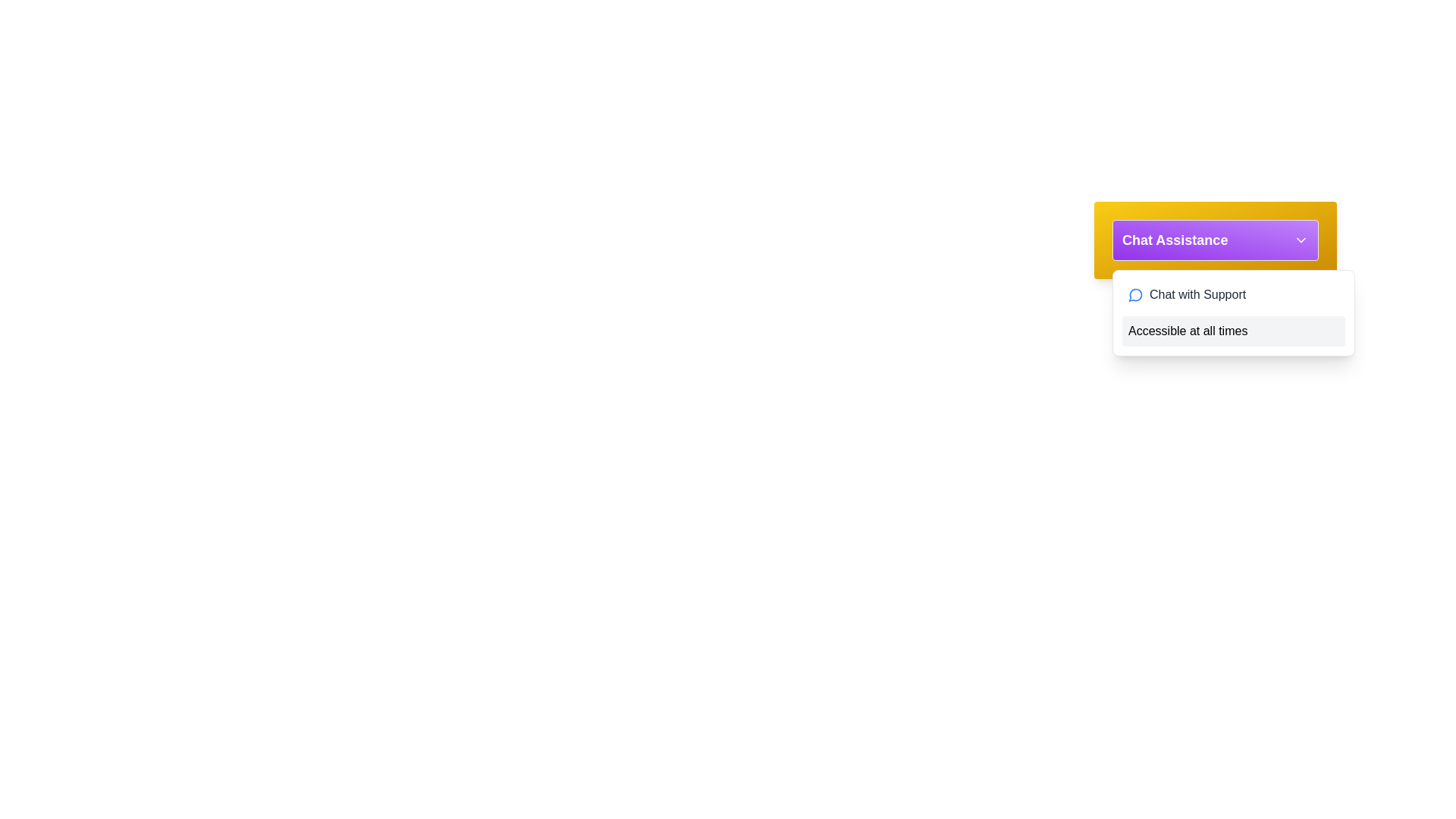 The width and height of the screenshot is (1456, 819). Describe the element at coordinates (1234, 330) in the screenshot. I see `the Text Label that provides additional information or options related to support accessibility, located directly below the 'Chat with Support' text in the dropdown menu` at that location.